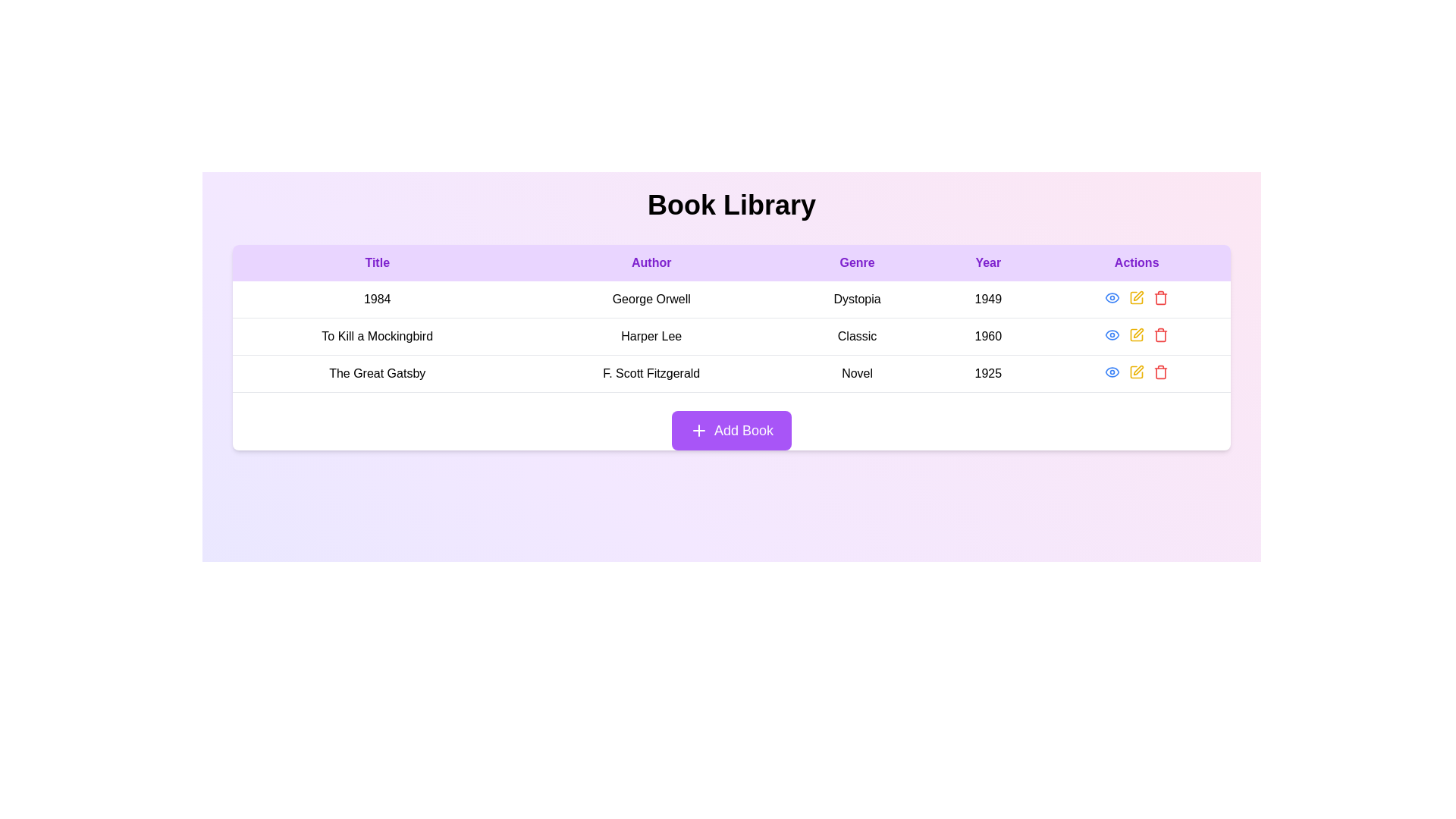 The image size is (1456, 819). What do you see at coordinates (1160, 298) in the screenshot?
I see `the red trash bin icon button, which represents a delete action` at bounding box center [1160, 298].